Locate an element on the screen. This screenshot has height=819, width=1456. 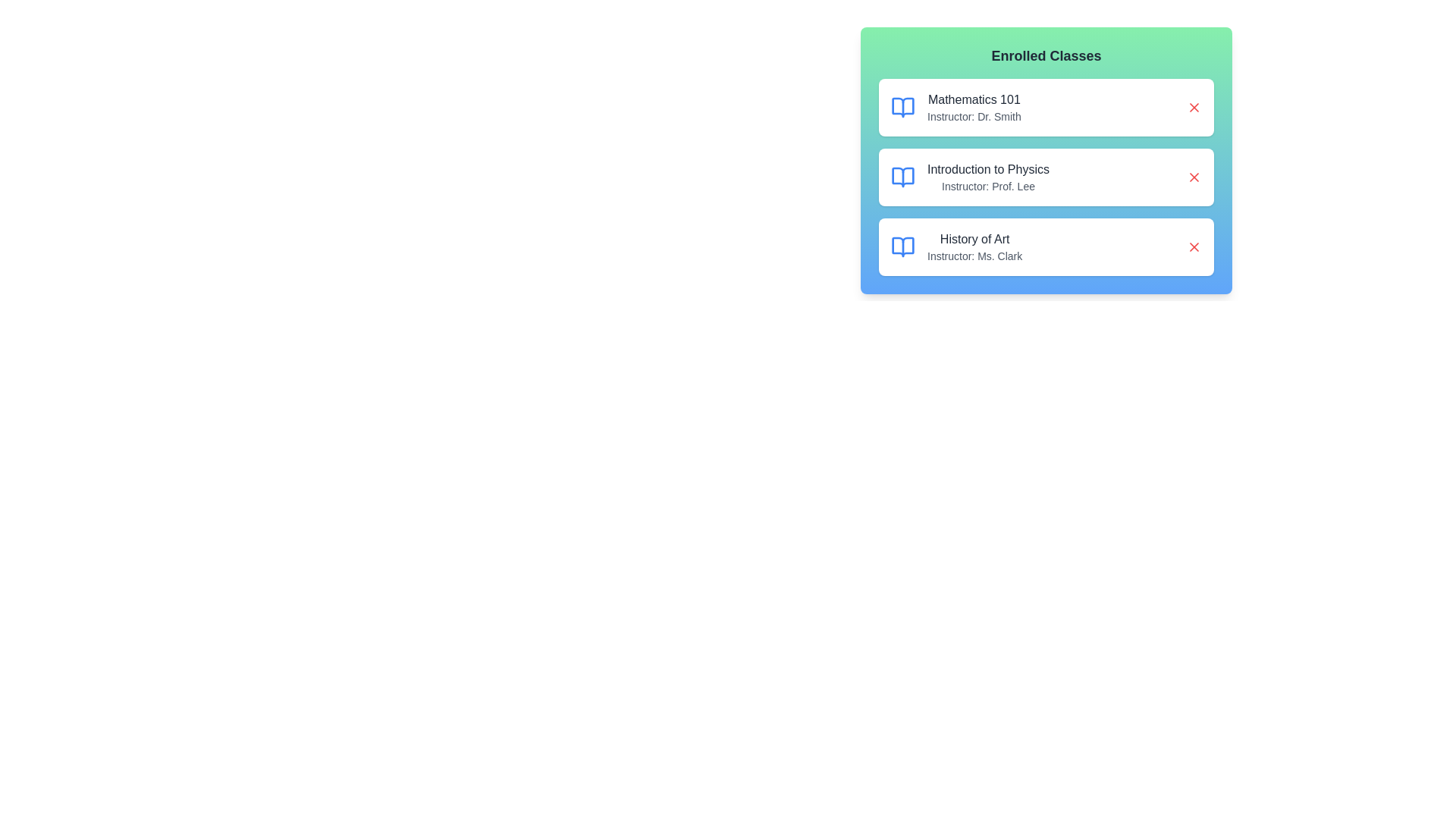
the instructor information for the class History of Art is located at coordinates (955, 246).